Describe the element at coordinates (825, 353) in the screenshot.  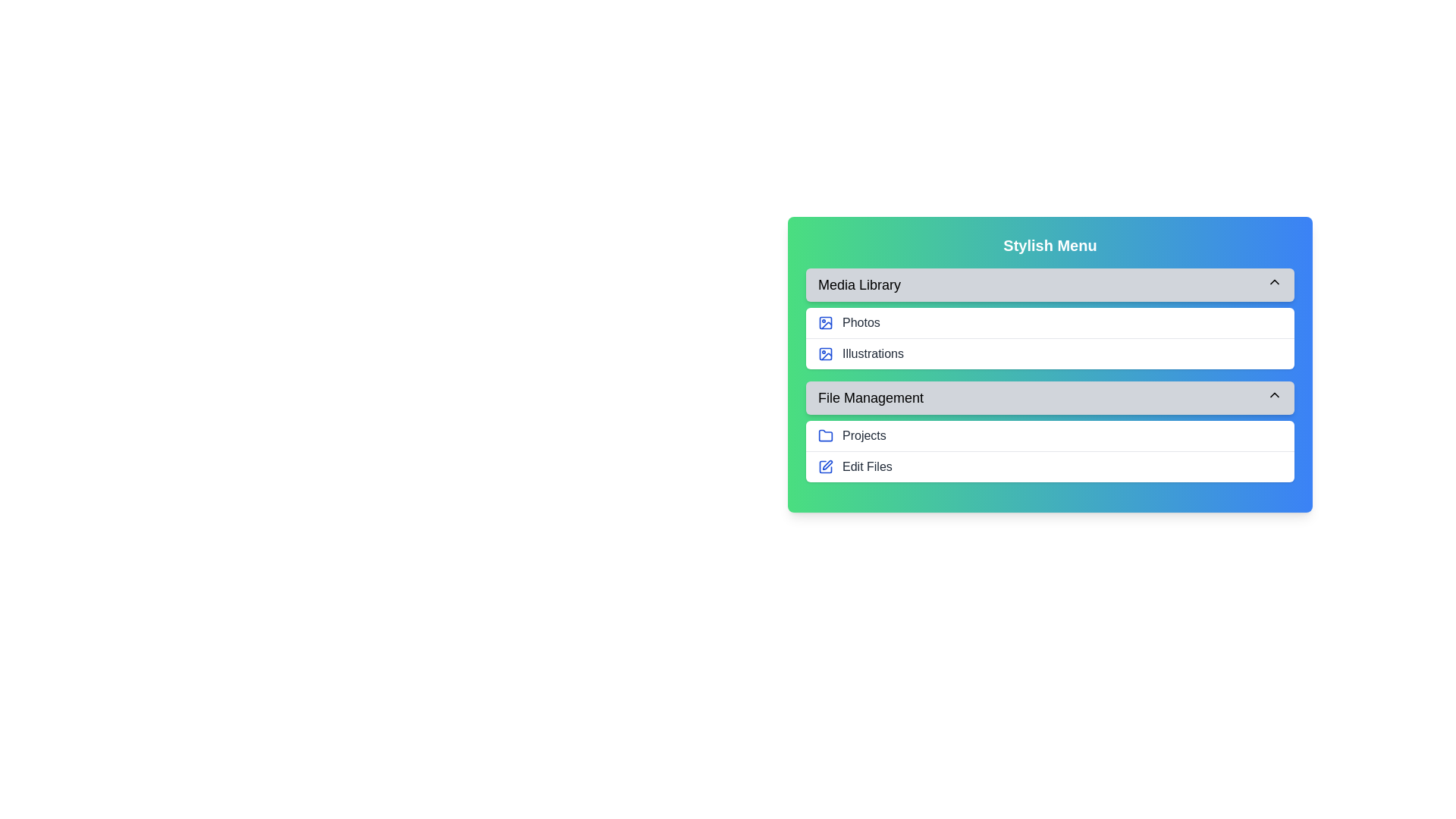
I see `the blue icon element resembling an image with a frame and a small circle, located next to the label 'Illustrations'` at that location.